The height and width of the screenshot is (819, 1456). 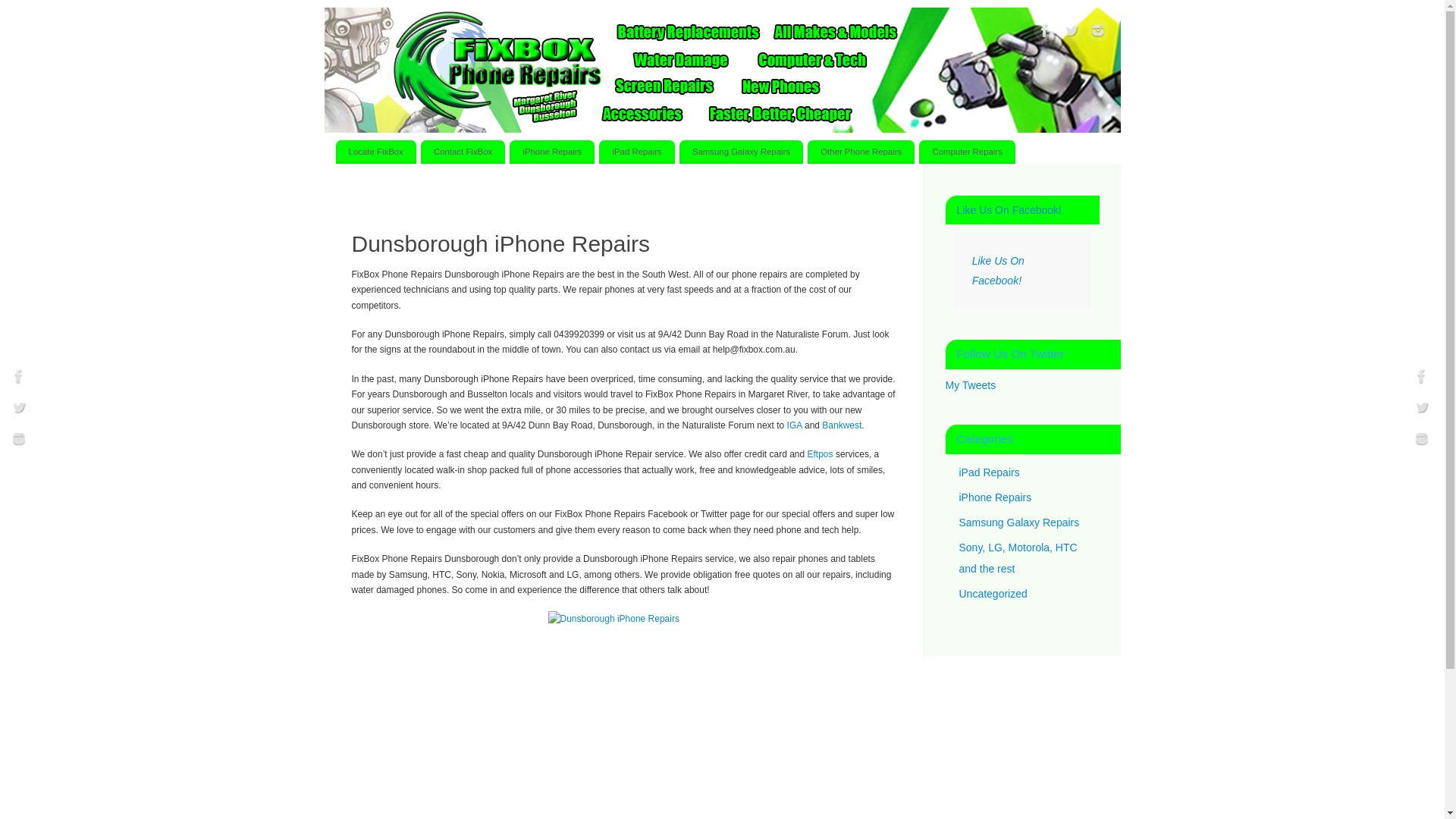 What do you see at coordinates (1059, 32) in the screenshot?
I see `'Twitter'` at bounding box center [1059, 32].